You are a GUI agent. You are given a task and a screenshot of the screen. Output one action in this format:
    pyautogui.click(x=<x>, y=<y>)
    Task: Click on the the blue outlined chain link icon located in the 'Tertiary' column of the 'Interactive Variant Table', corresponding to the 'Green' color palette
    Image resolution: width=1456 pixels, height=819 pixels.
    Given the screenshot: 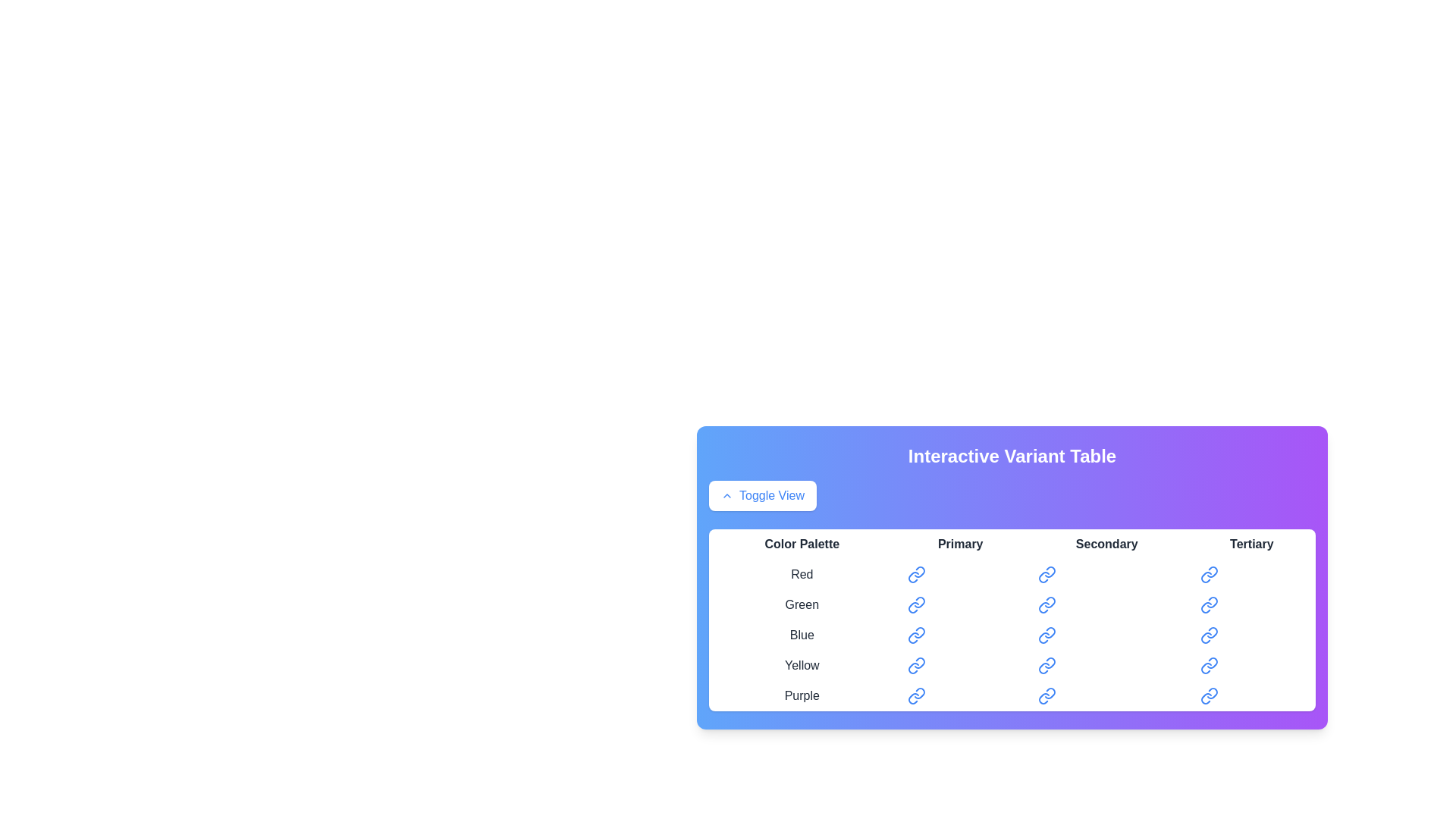 What is the action you would take?
    pyautogui.click(x=1211, y=601)
    